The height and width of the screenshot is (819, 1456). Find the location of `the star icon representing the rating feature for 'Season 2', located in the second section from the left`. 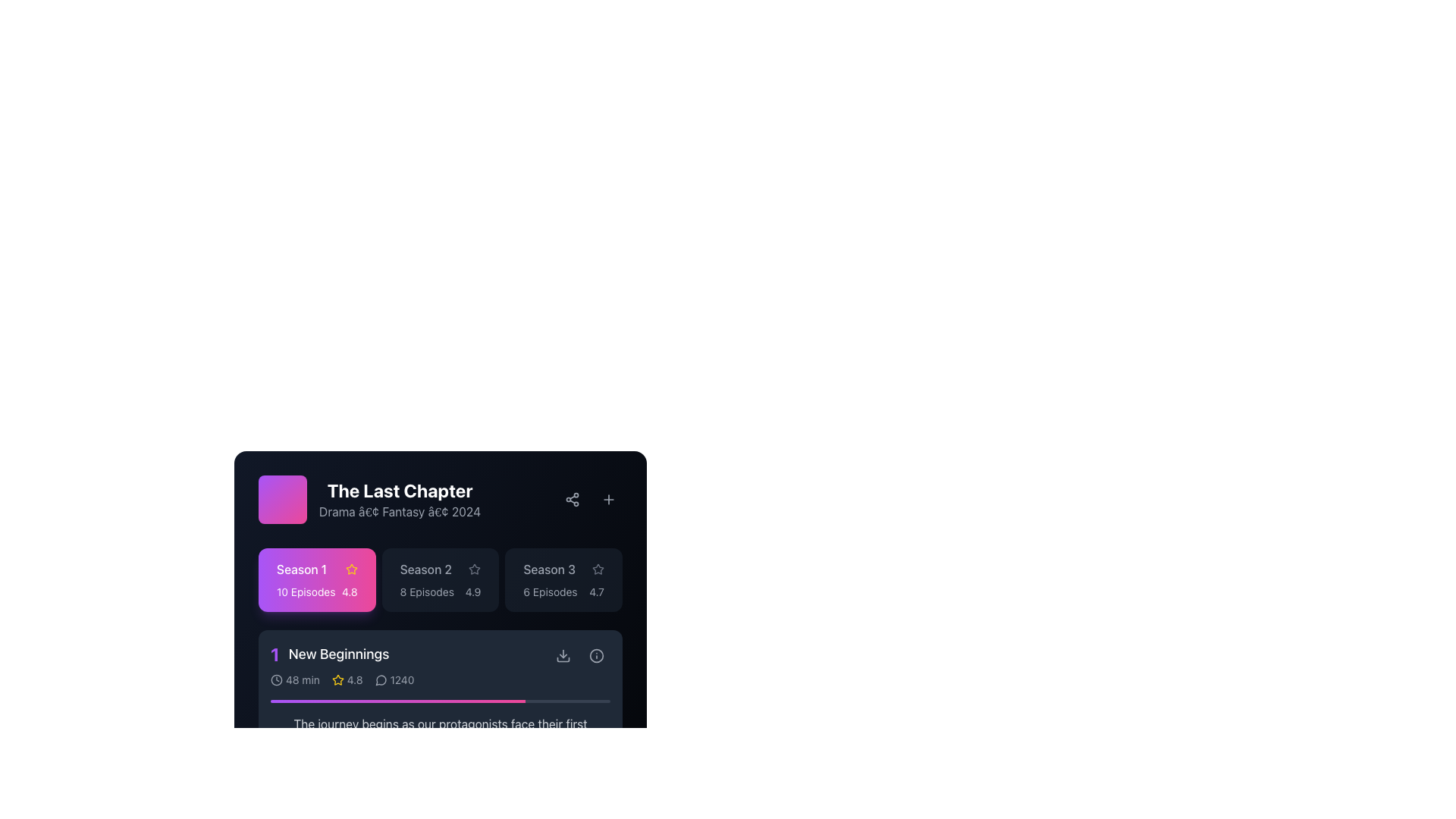

the star icon representing the rating feature for 'Season 2', located in the second section from the left is located at coordinates (474, 570).